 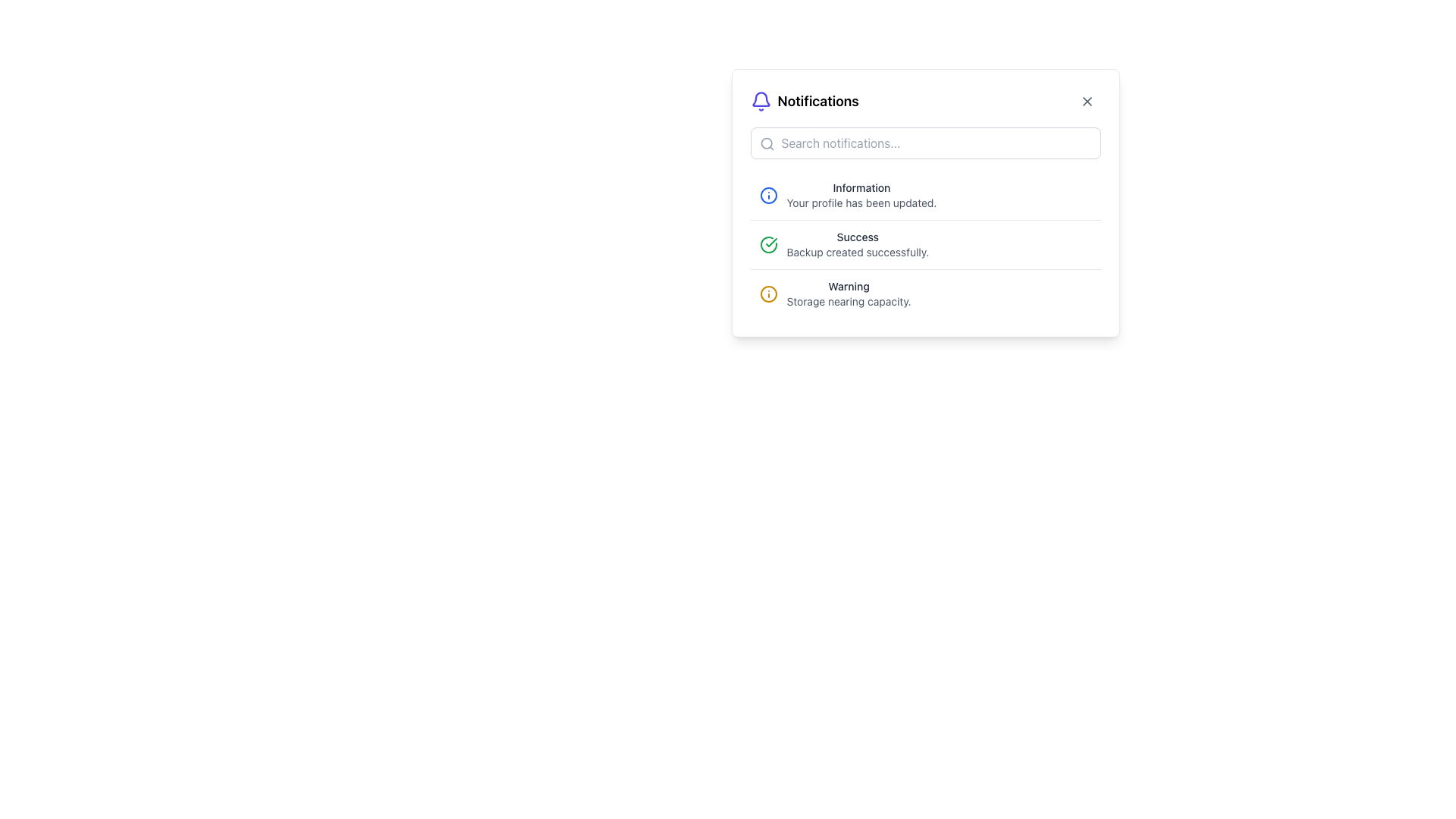 I want to click on circular icon representing a checkmark in the success alert notification by opening developer tools, so click(x=768, y=244).